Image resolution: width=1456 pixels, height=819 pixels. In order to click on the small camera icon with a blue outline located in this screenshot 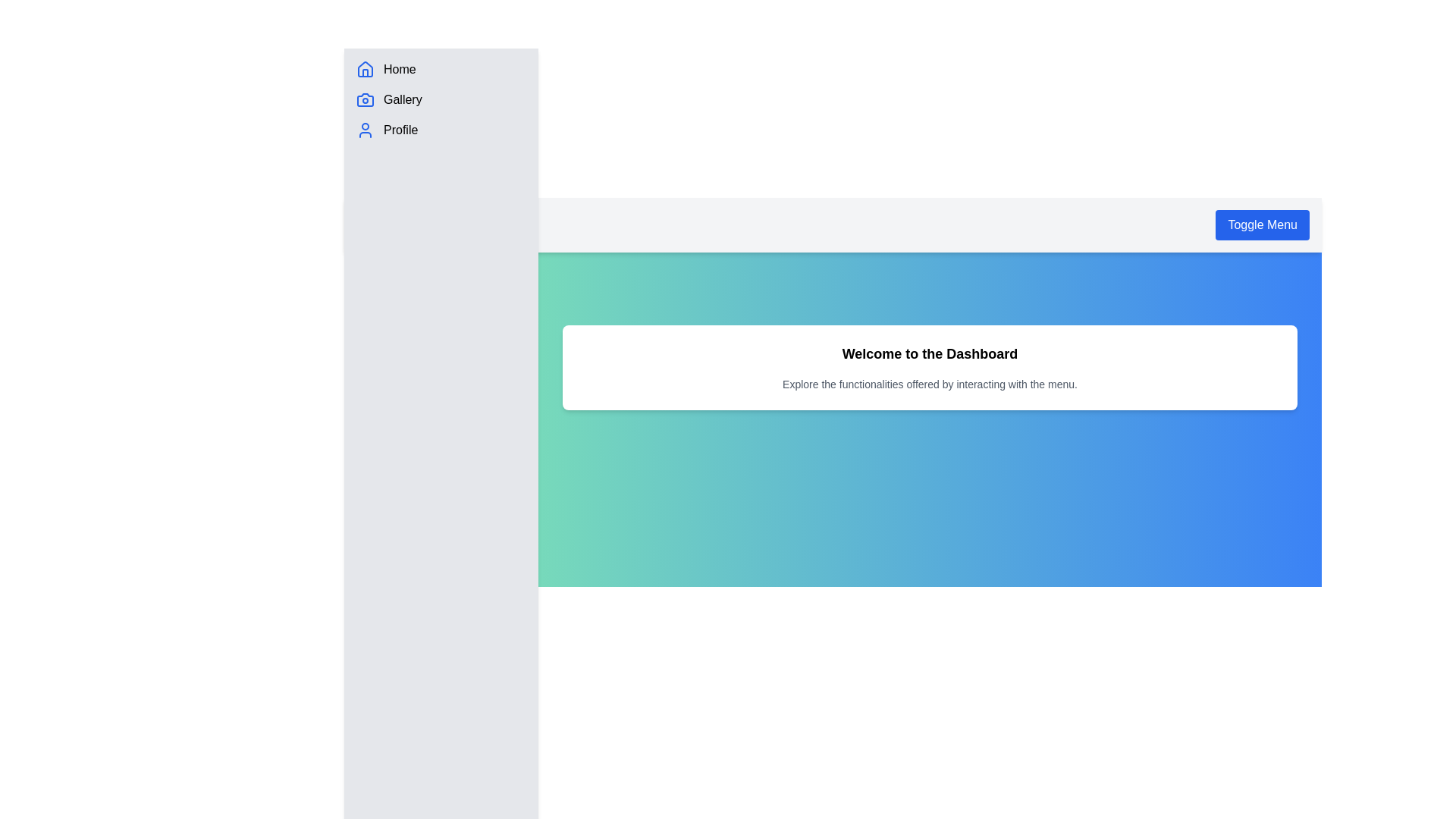, I will do `click(365, 99)`.